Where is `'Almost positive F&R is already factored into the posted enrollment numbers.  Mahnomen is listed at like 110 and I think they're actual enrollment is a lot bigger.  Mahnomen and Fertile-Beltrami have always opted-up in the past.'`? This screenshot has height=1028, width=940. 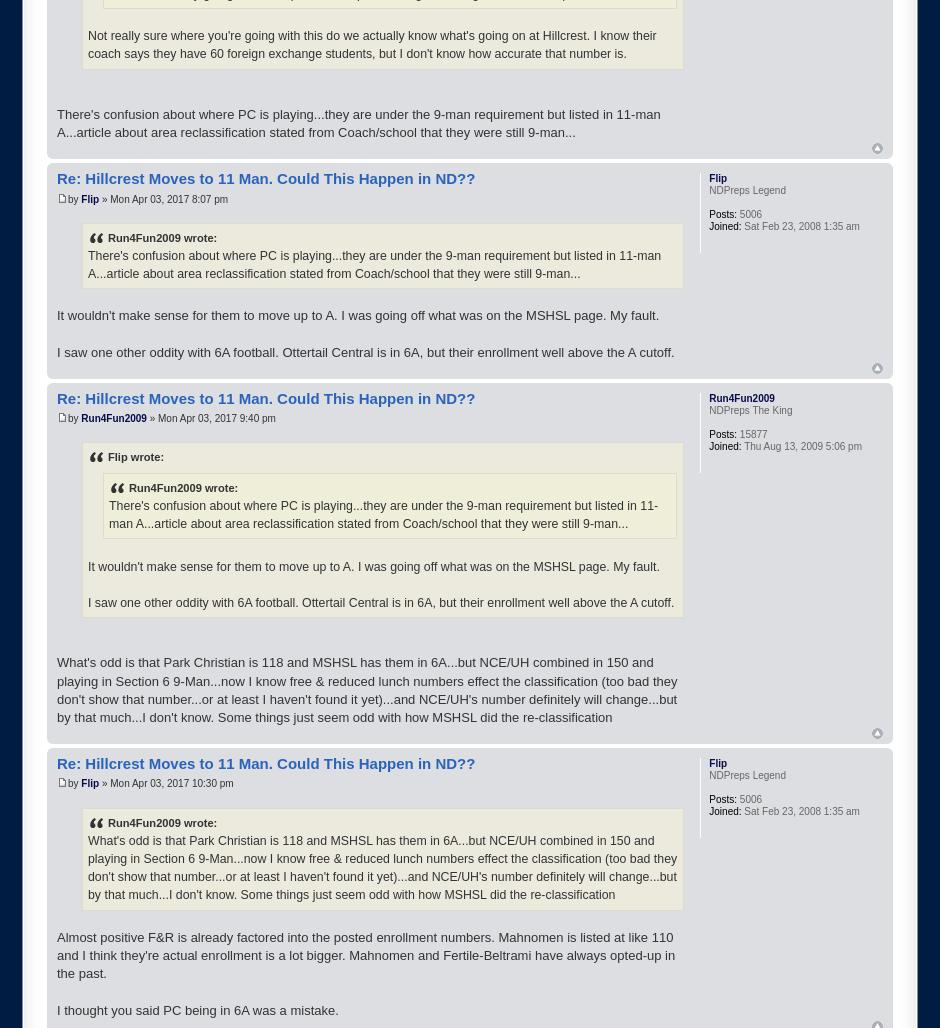
'Almost positive F&R is already factored into the posted enrollment numbers.  Mahnomen is listed at like 110 and I think they're actual enrollment is a lot bigger.  Mahnomen and Fertile-Beltrami have always opted-up in the past.' is located at coordinates (365, 955).